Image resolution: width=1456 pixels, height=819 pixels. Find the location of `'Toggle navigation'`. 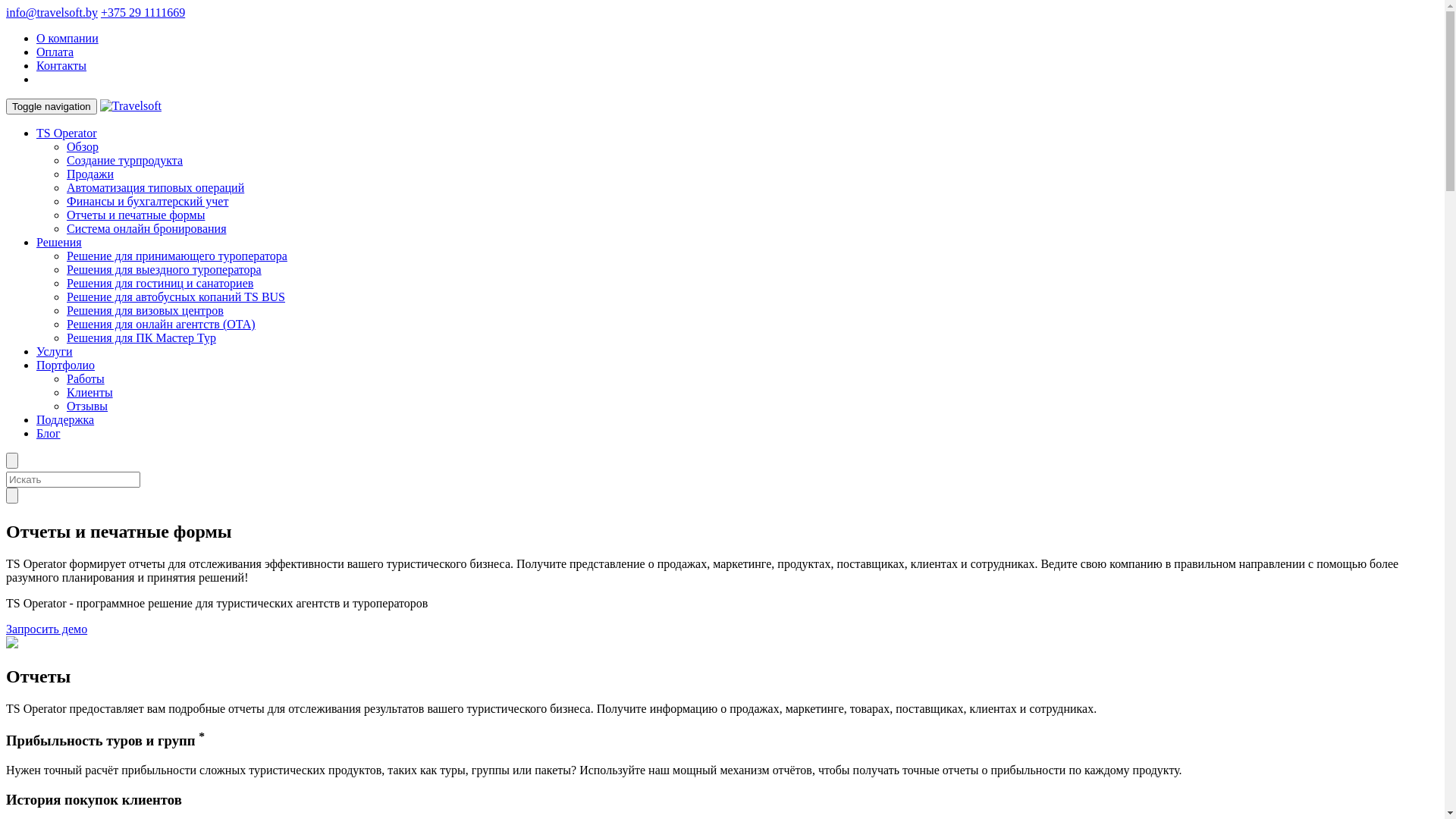

'Toggle navigation' is located at coordinates (51, 105).